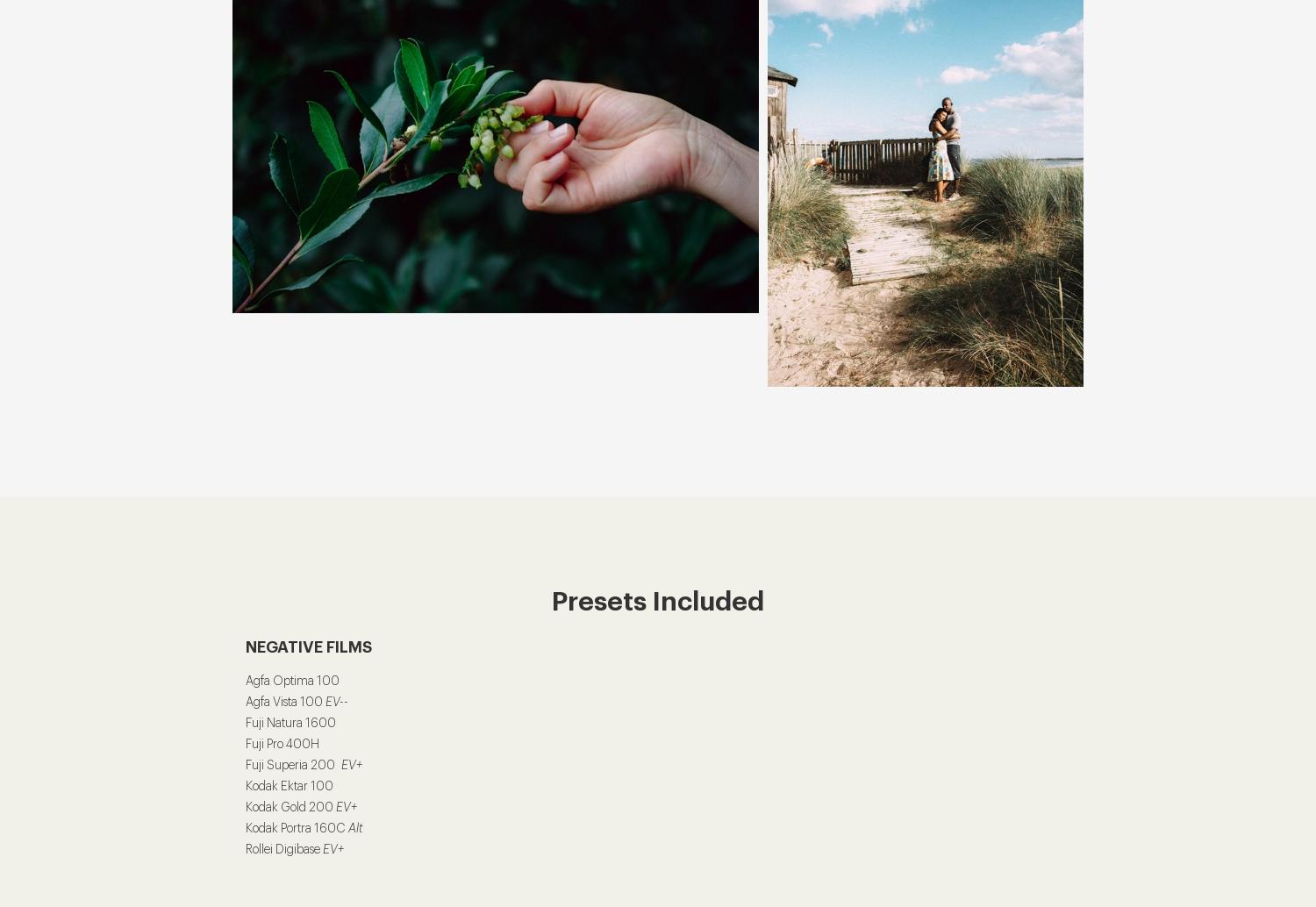  I want to click on 'Fuji Pro 400H', so click(282, 744).